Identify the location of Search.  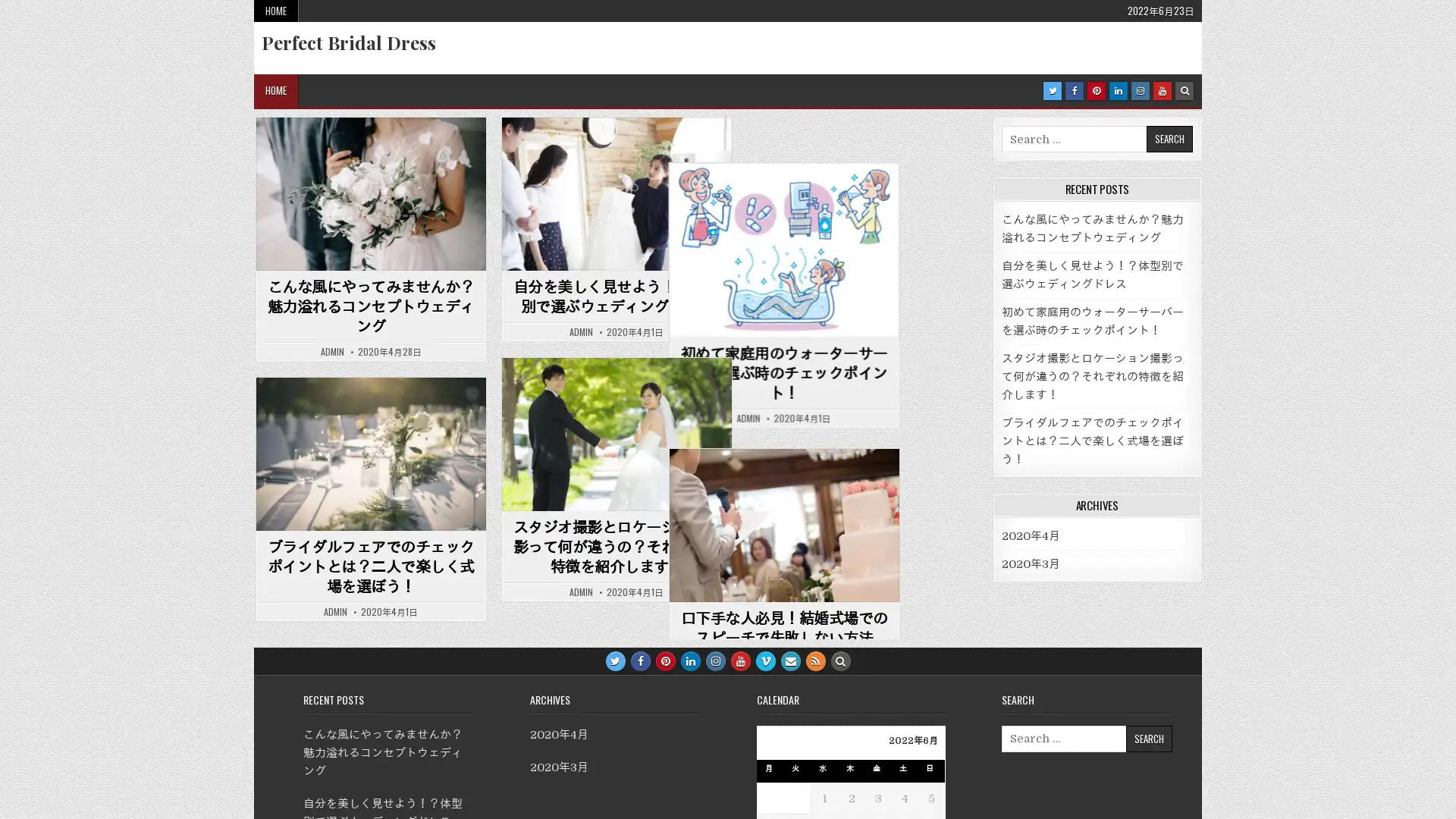
(1168, 139).